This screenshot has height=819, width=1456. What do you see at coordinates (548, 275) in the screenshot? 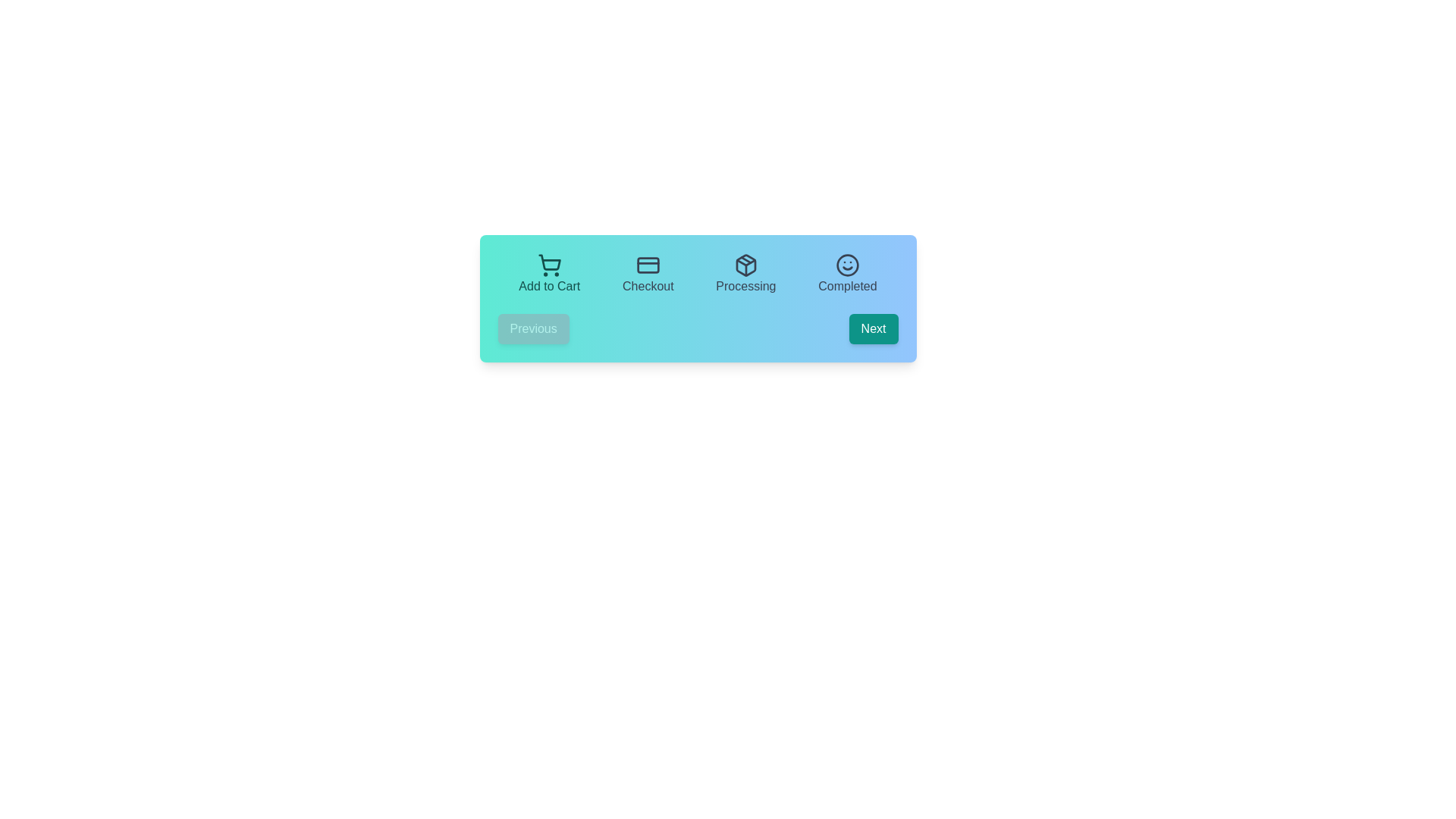
I see `the step labeled Add to Cart to focus on it` at bounding box center [548, 275].